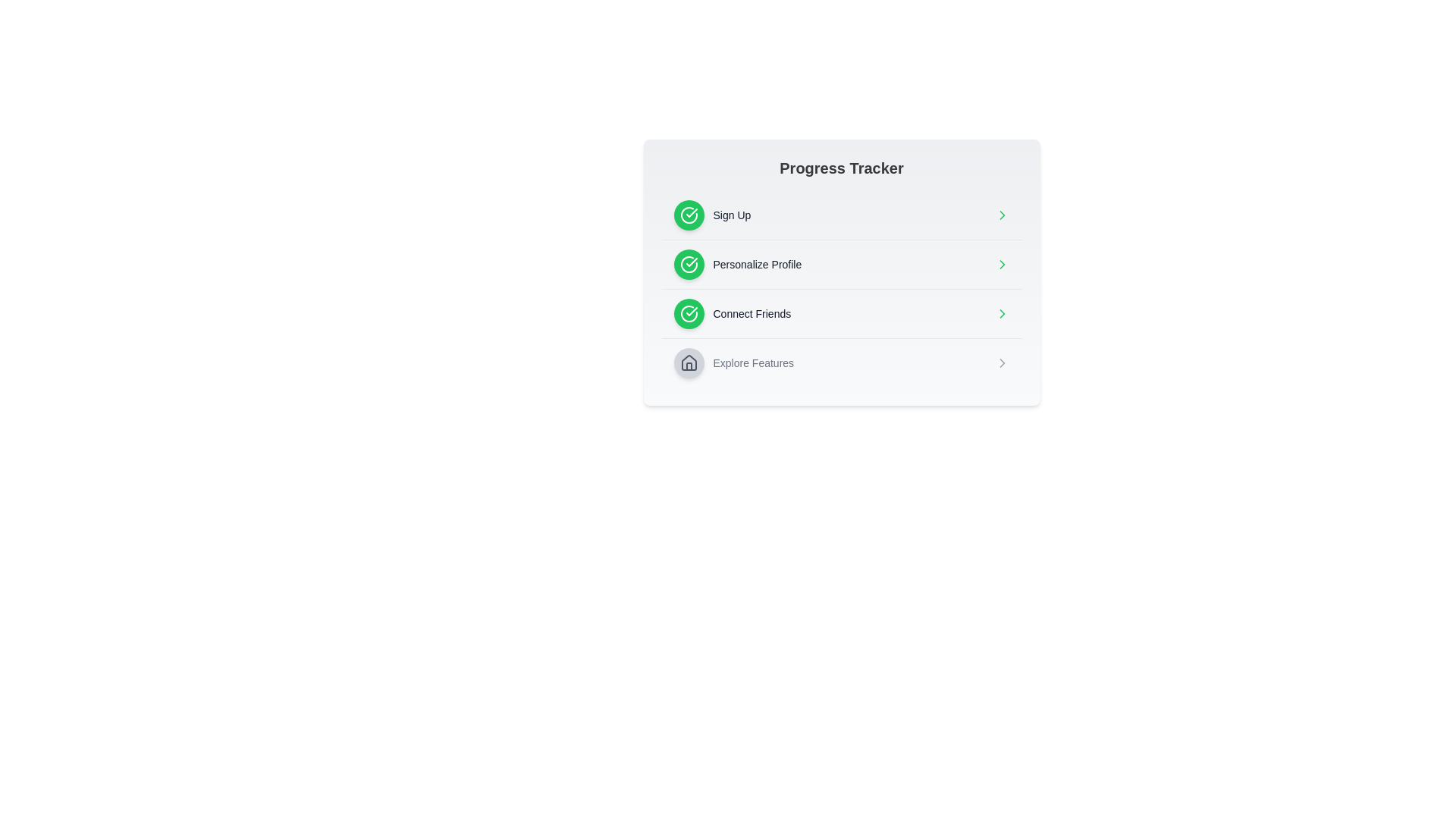 The width and height of the screenshot is (1456, 819). I want to click on the Navigation item located in the 'Progress Tracker' card, which is the last item in a vertically stacked list, so click(840, 362).